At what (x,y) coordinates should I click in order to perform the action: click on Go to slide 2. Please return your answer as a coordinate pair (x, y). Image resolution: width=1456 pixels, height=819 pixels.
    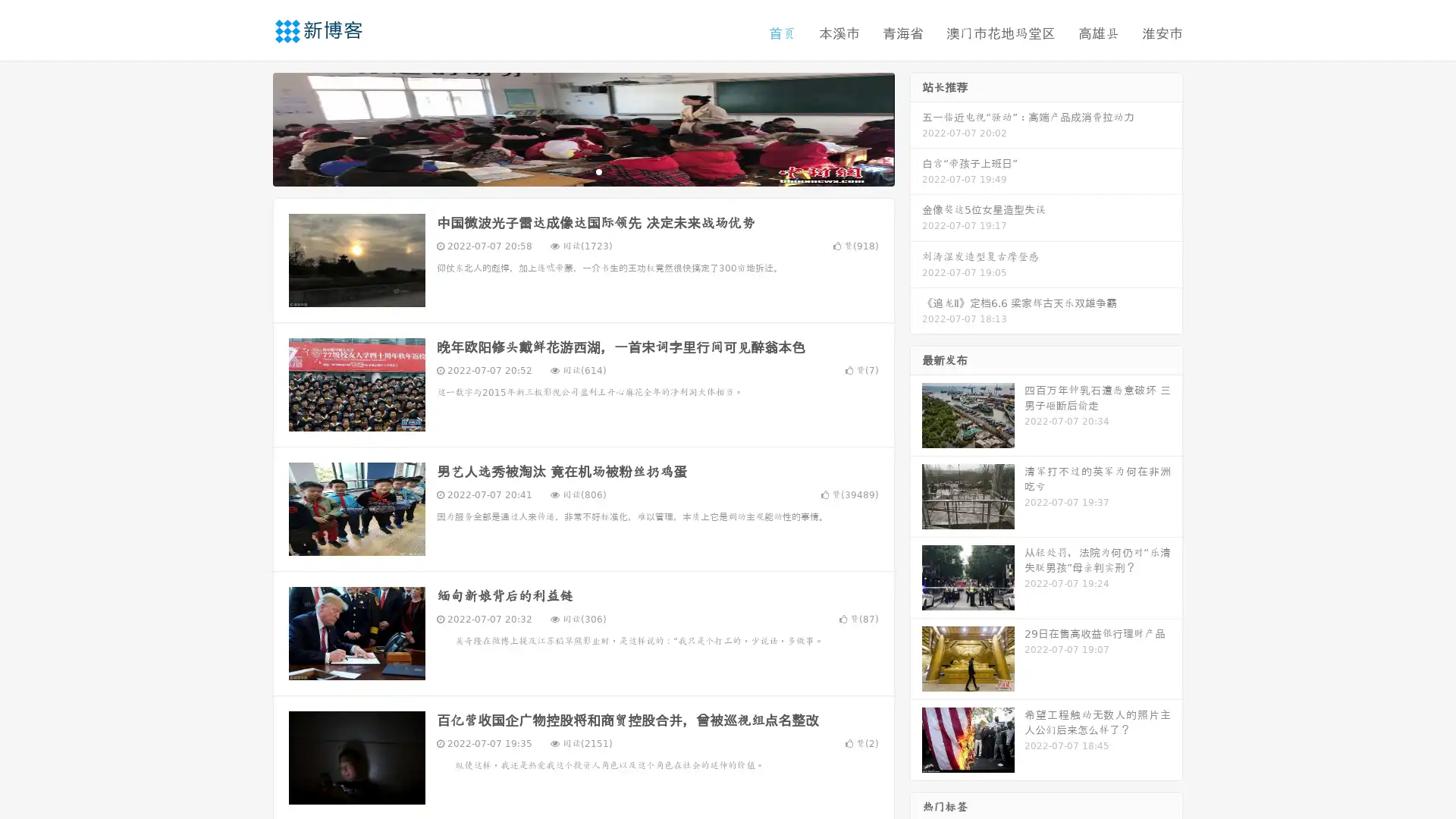
    Looking at the image, I should click on (582, 171).